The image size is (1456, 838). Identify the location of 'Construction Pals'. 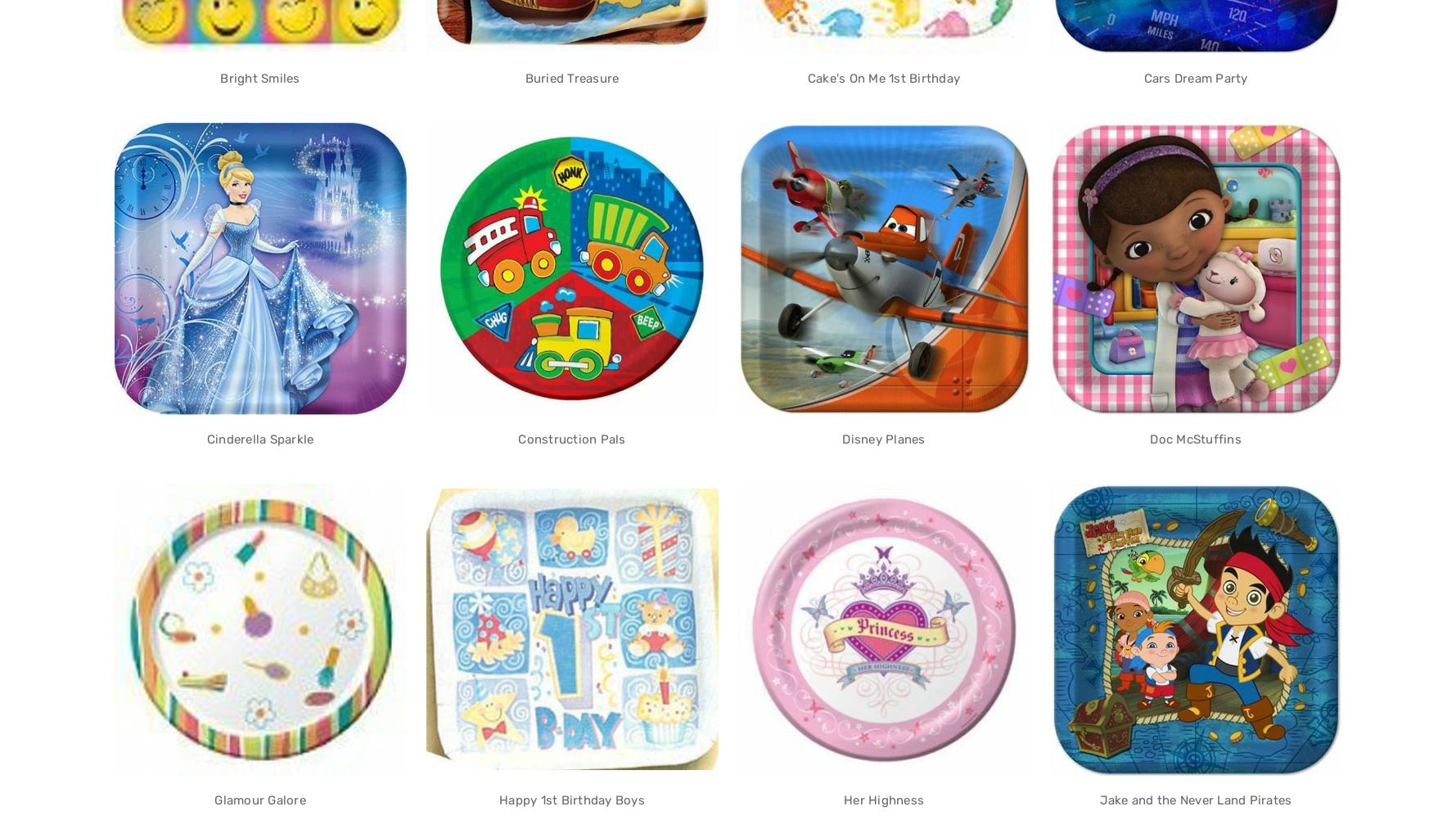
(516, 438).